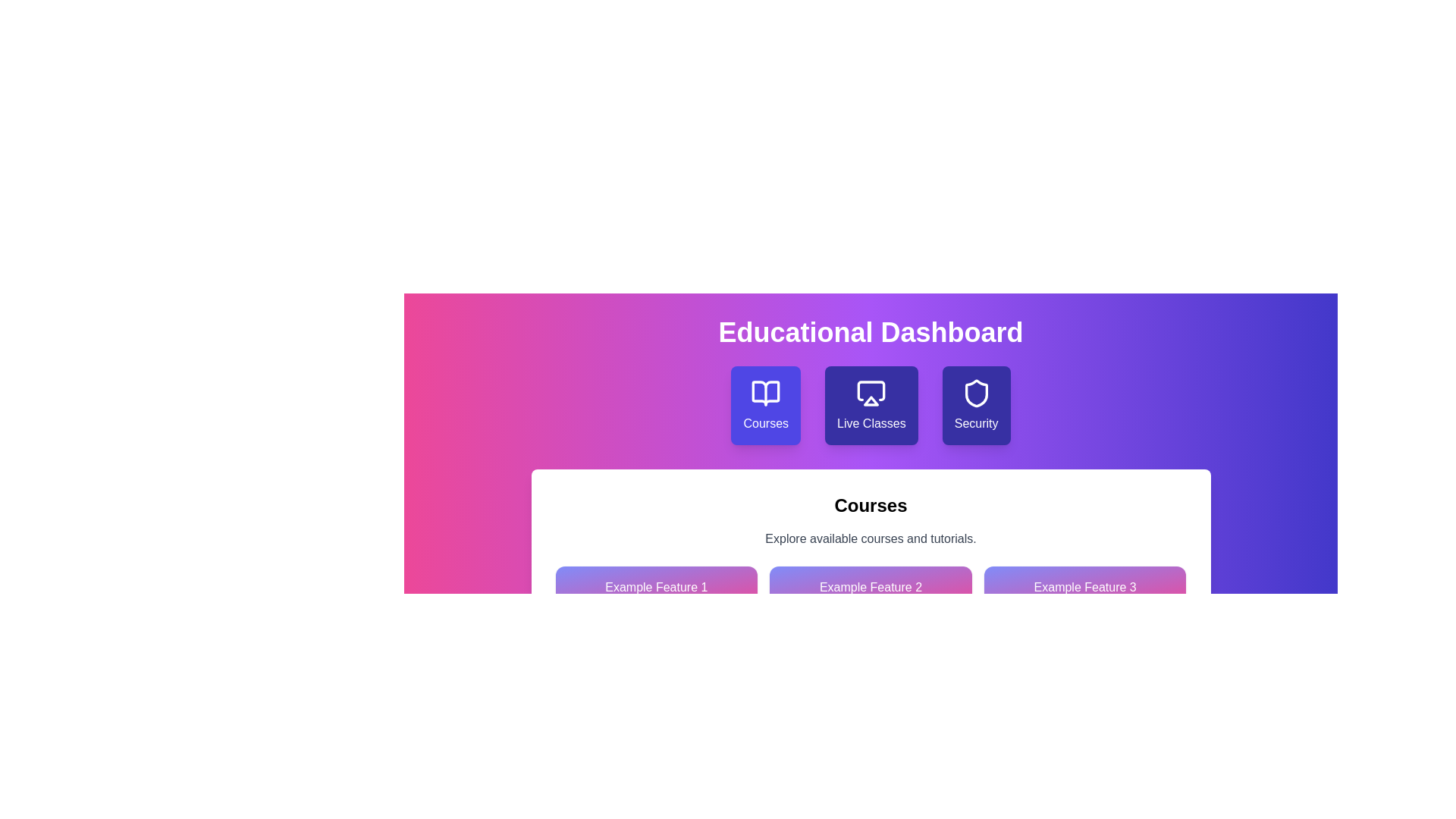  Describe the element at coordinates (976, 405) in the screenshot. I see `the Security tab` at that location.